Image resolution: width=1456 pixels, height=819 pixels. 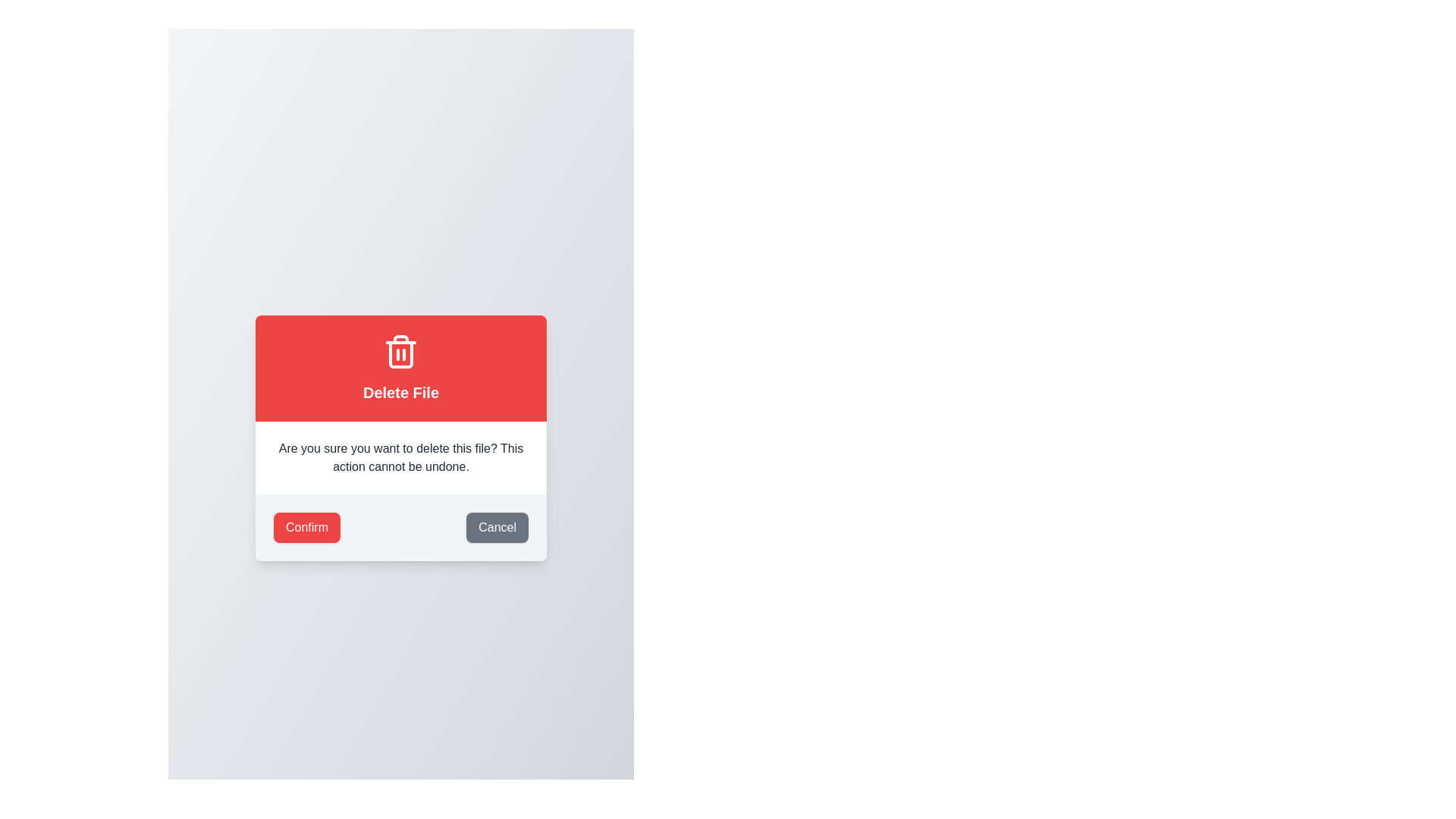 What do you see at coordinates (400, 457) in the screenshot?
I see `message displayed in the text block that says 'Are you sure you want to delete this file? This action cannot be undone.' which is located in the modal dialog box below the red header 'Delete File'` at bounding box center [400, 457].